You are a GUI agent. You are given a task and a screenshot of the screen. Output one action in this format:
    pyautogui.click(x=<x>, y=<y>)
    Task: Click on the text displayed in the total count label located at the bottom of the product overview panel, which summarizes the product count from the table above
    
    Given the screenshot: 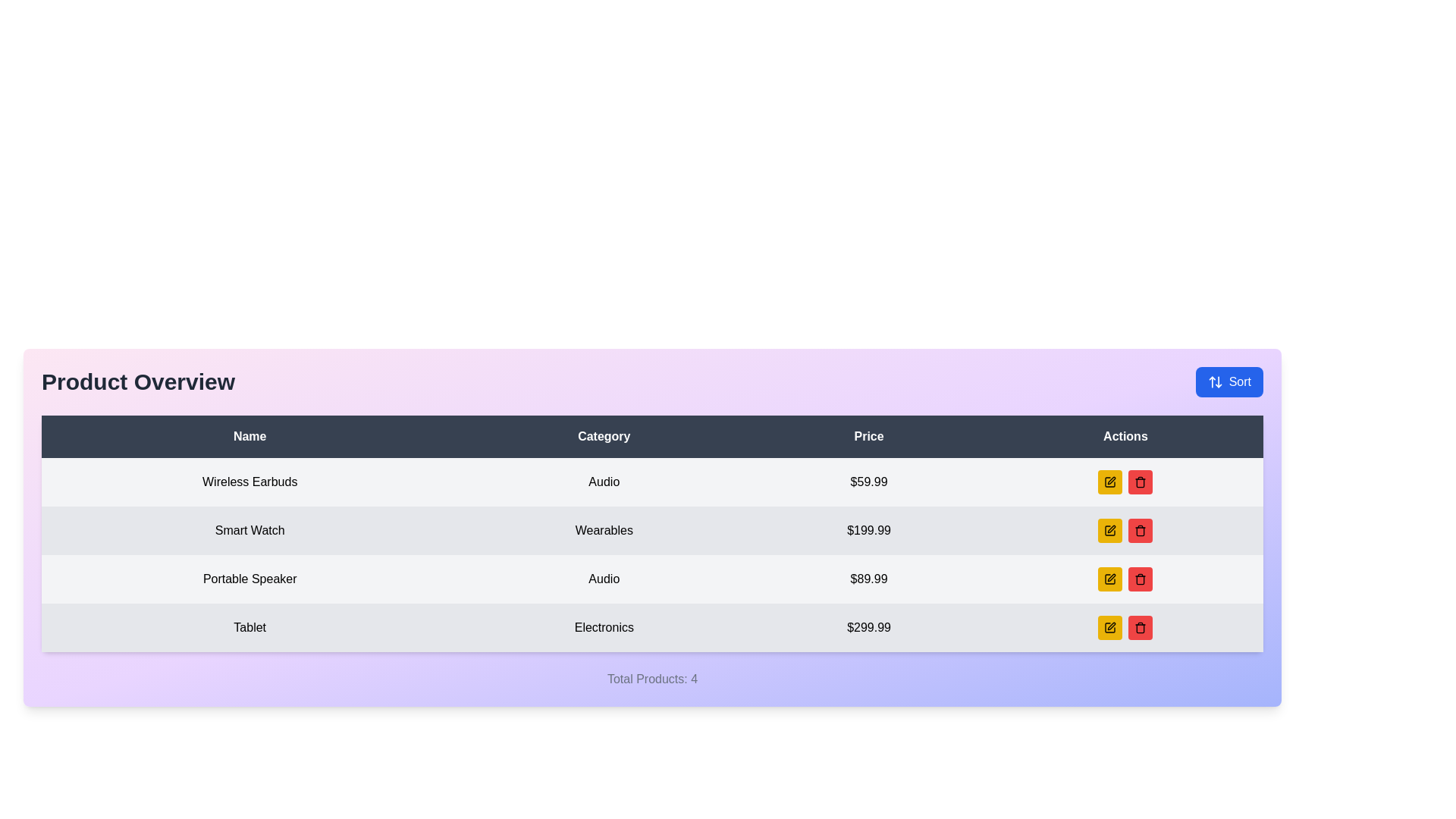 What is the action you would take?
    pyautogui.click(x=652, y=678)
    